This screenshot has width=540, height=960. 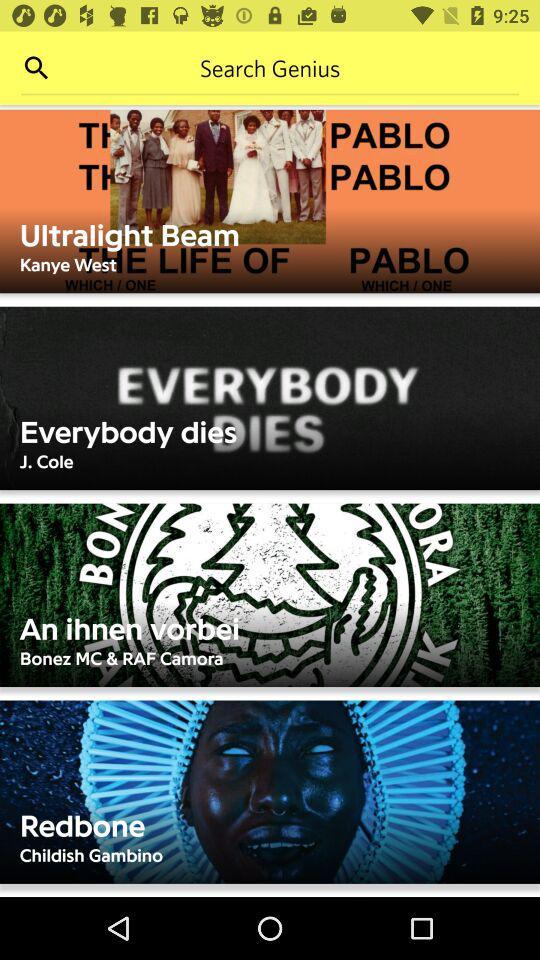 What do you see at coordinates (270, 68) in the screenshot?
I see `search genius engine text field` at bounding box center [270, 68].